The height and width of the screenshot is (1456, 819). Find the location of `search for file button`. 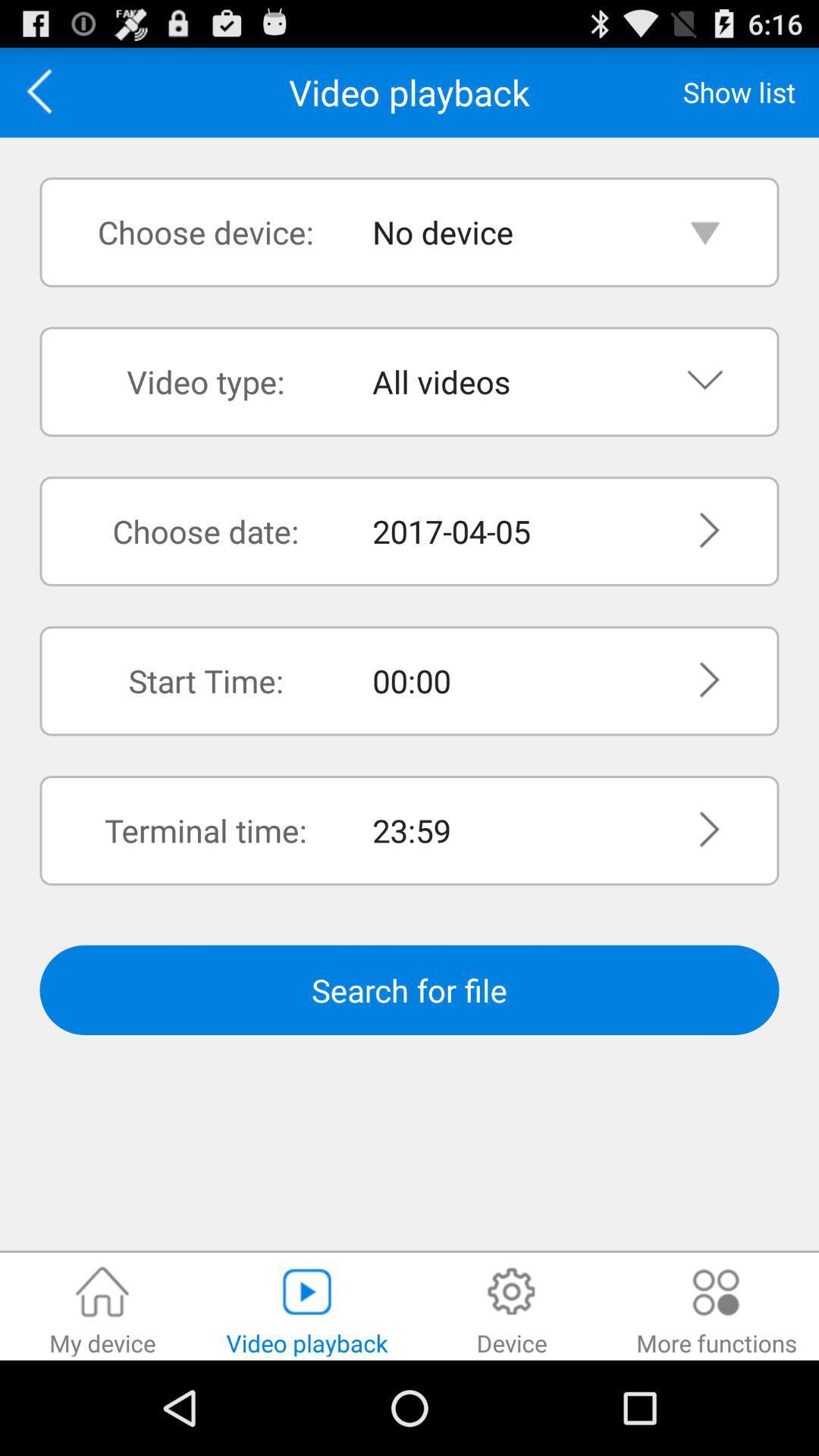

search for file button is located at coordinates (409, 990).